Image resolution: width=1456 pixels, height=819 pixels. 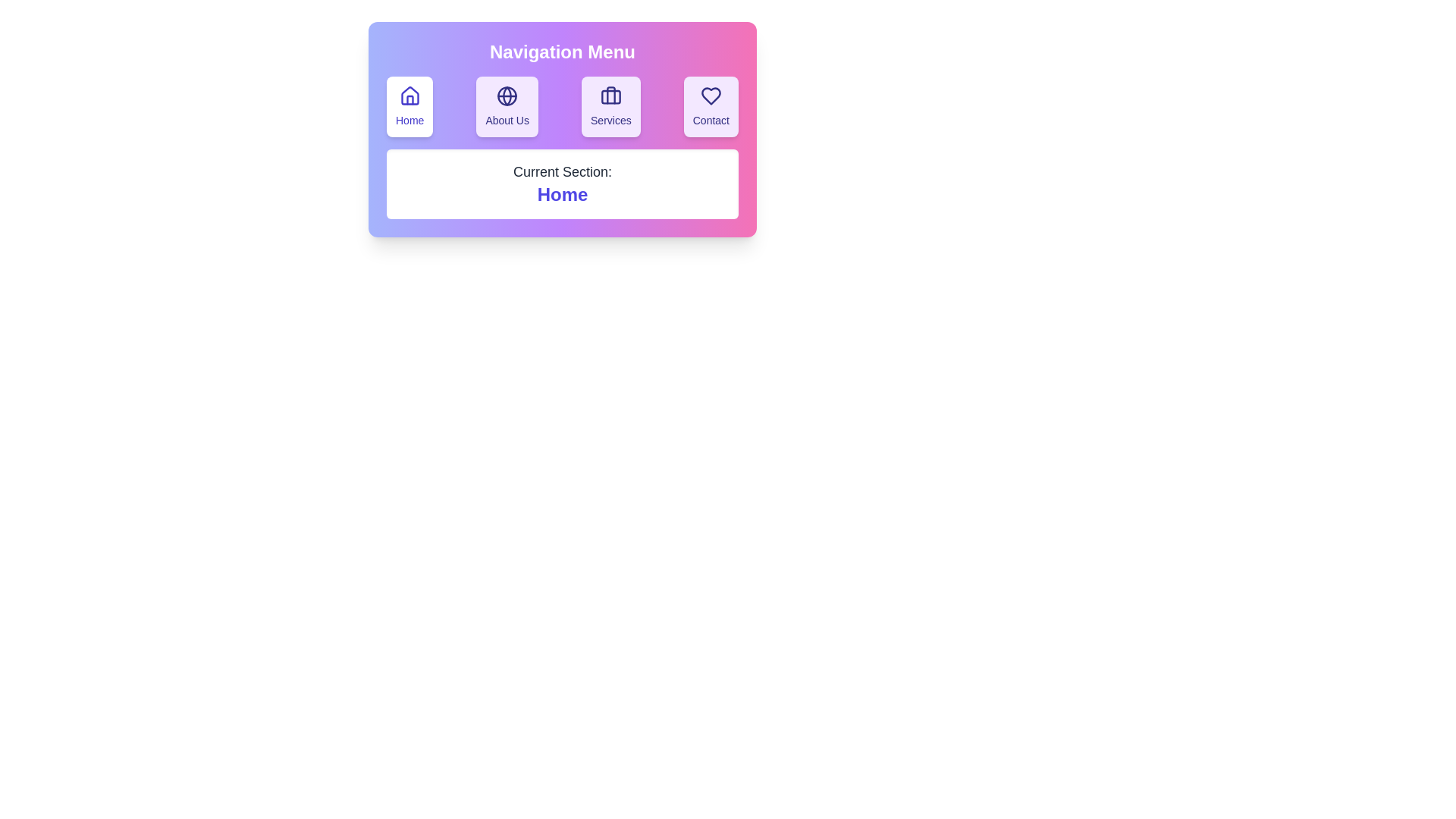 What do you see at coordinates (507, 106) in the screenshot?
I see `the About Us section by clicking the corresponding navigation button` at bounding box center [507, 106].